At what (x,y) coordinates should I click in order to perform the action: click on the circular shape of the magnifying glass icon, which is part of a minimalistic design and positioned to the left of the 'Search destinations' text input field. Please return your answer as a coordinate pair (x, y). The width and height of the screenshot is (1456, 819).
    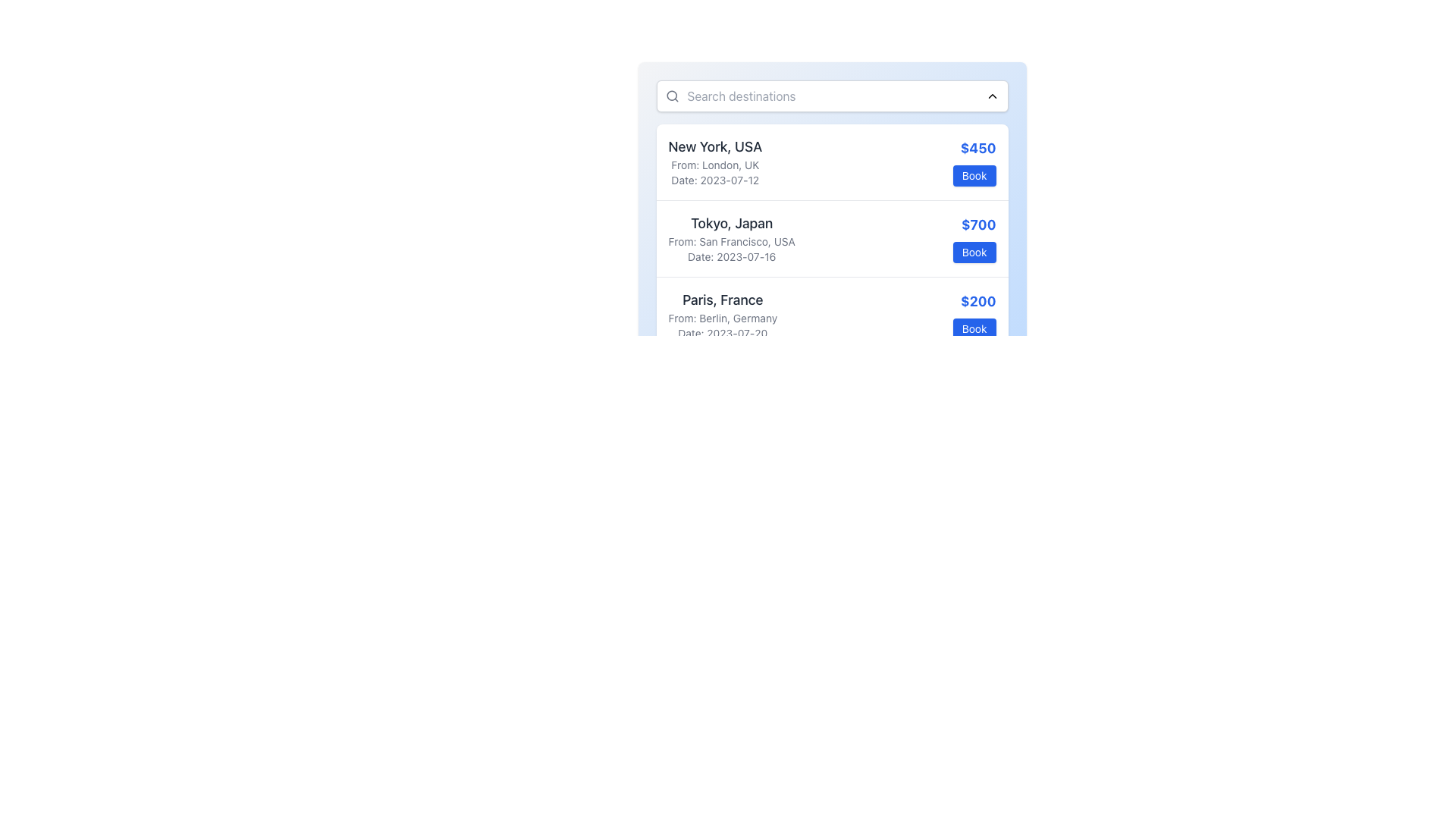
    Looking at the image, I should click on (670, 96).